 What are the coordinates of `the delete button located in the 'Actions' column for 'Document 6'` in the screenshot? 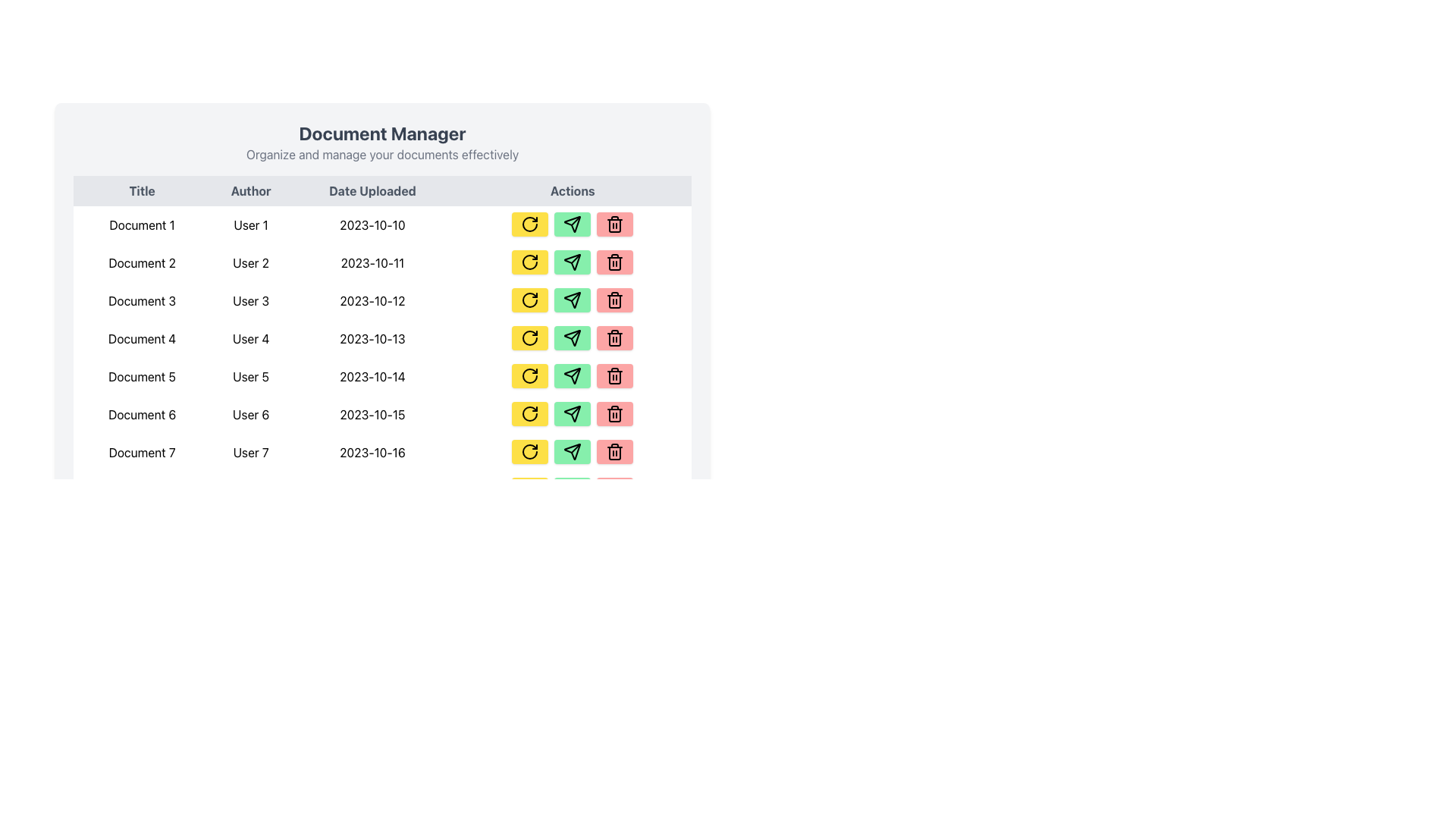 It's located at (615, 414).